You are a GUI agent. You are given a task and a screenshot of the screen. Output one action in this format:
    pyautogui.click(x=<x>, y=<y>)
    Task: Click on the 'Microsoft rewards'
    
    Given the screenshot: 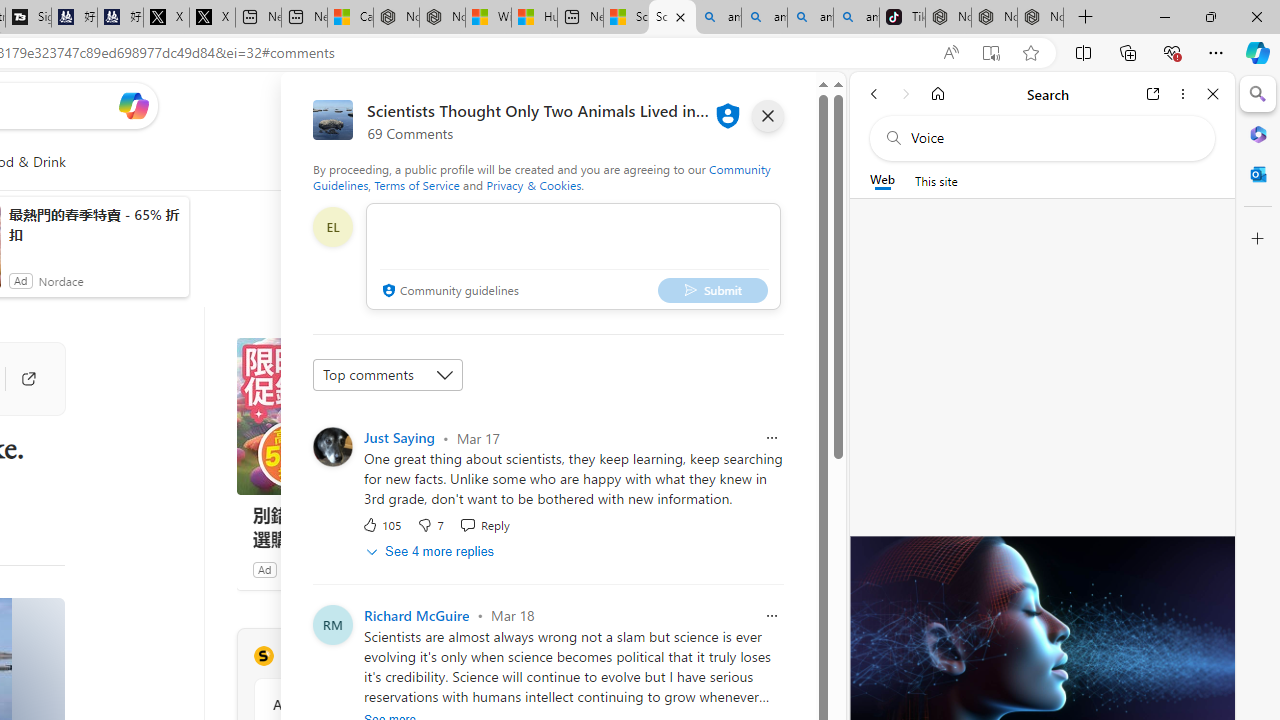 What is the action you would take?
    pyautogui.click(x=707, y=105)
    